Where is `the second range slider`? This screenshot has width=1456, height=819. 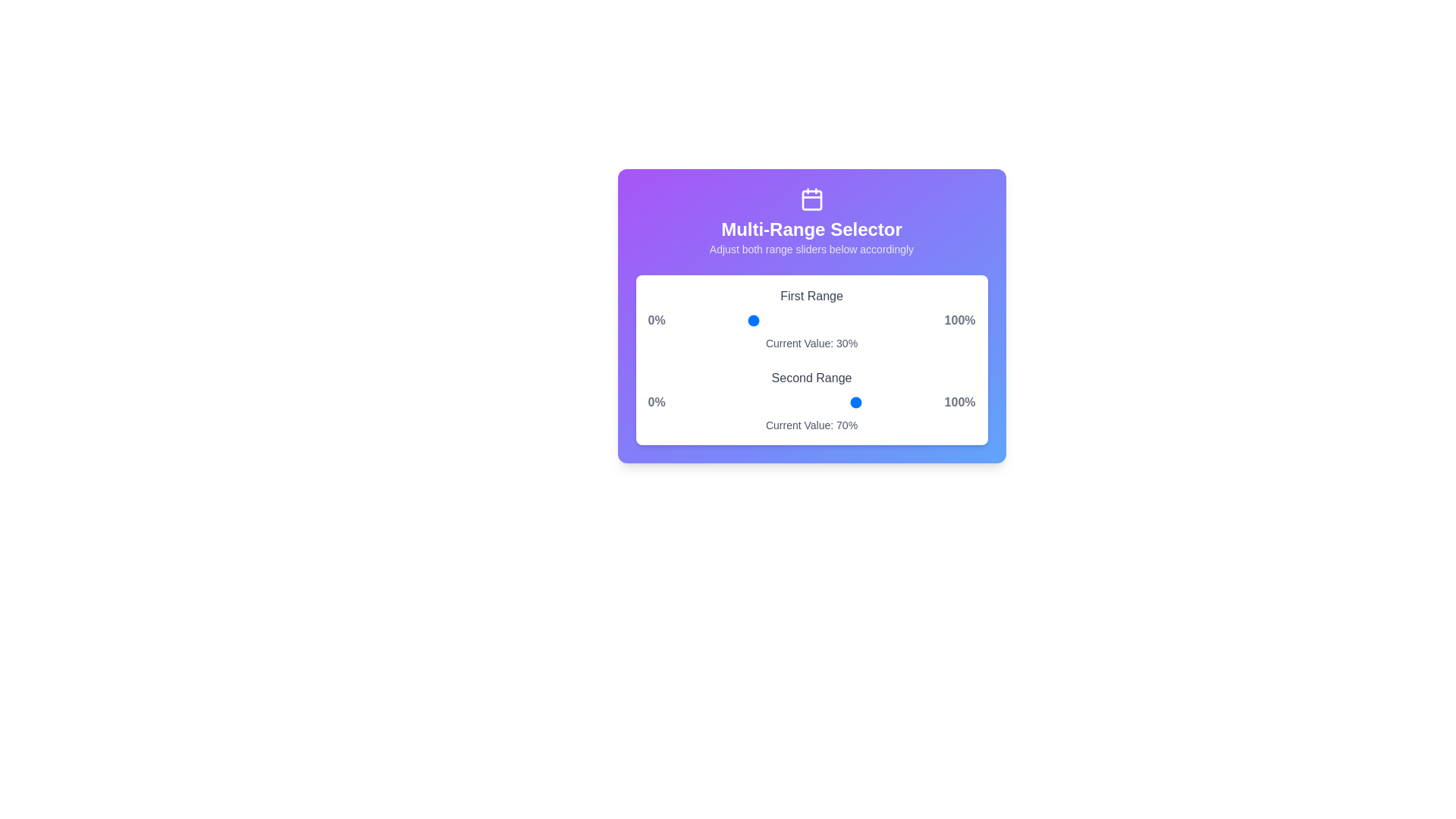
the second range slider is located at coordinates (692, 402).